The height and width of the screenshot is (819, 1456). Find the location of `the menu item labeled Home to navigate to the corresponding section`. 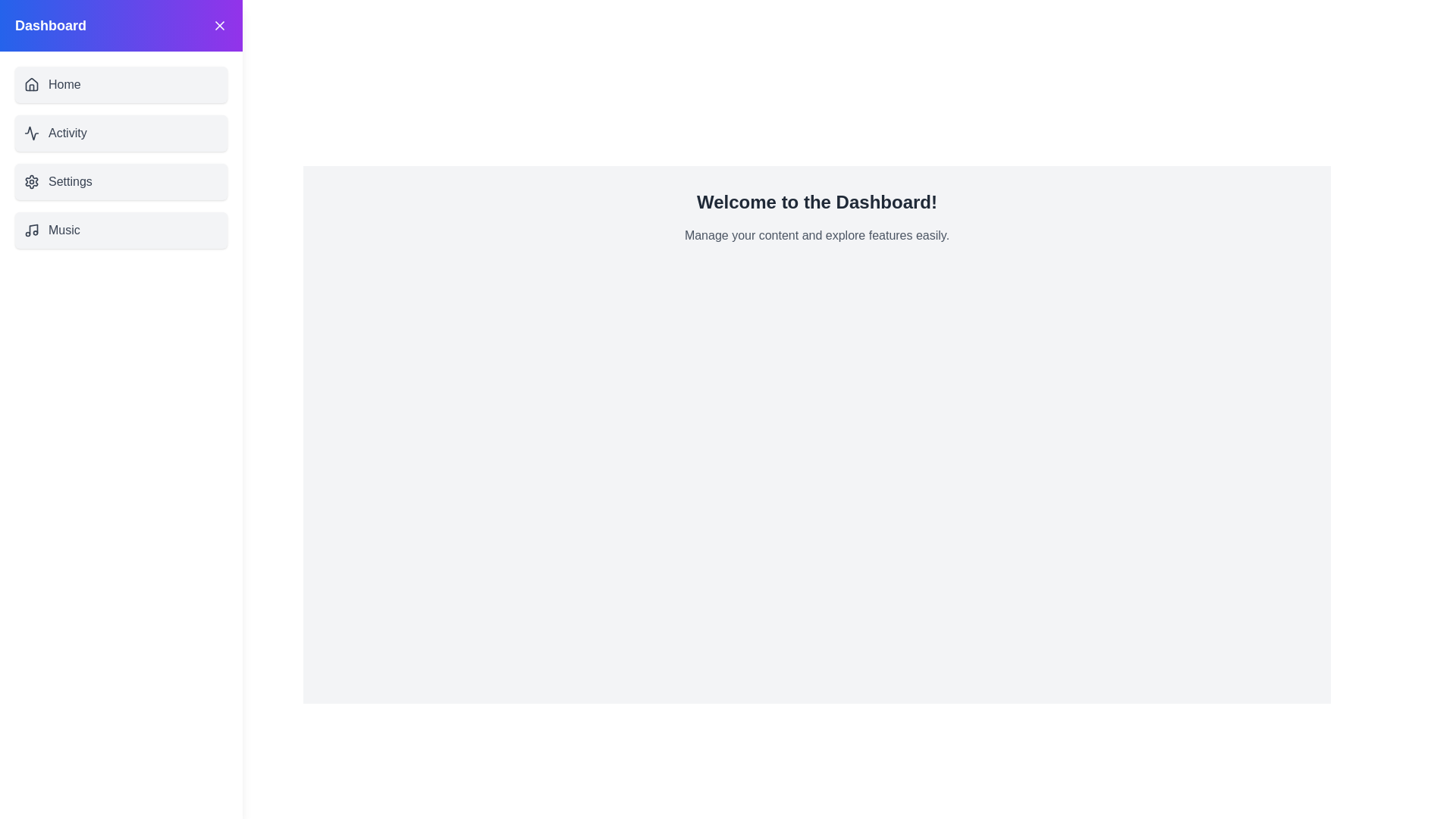

the menu item labeled Home to navigate to the corresponding section is located at coordinates (120, 84).